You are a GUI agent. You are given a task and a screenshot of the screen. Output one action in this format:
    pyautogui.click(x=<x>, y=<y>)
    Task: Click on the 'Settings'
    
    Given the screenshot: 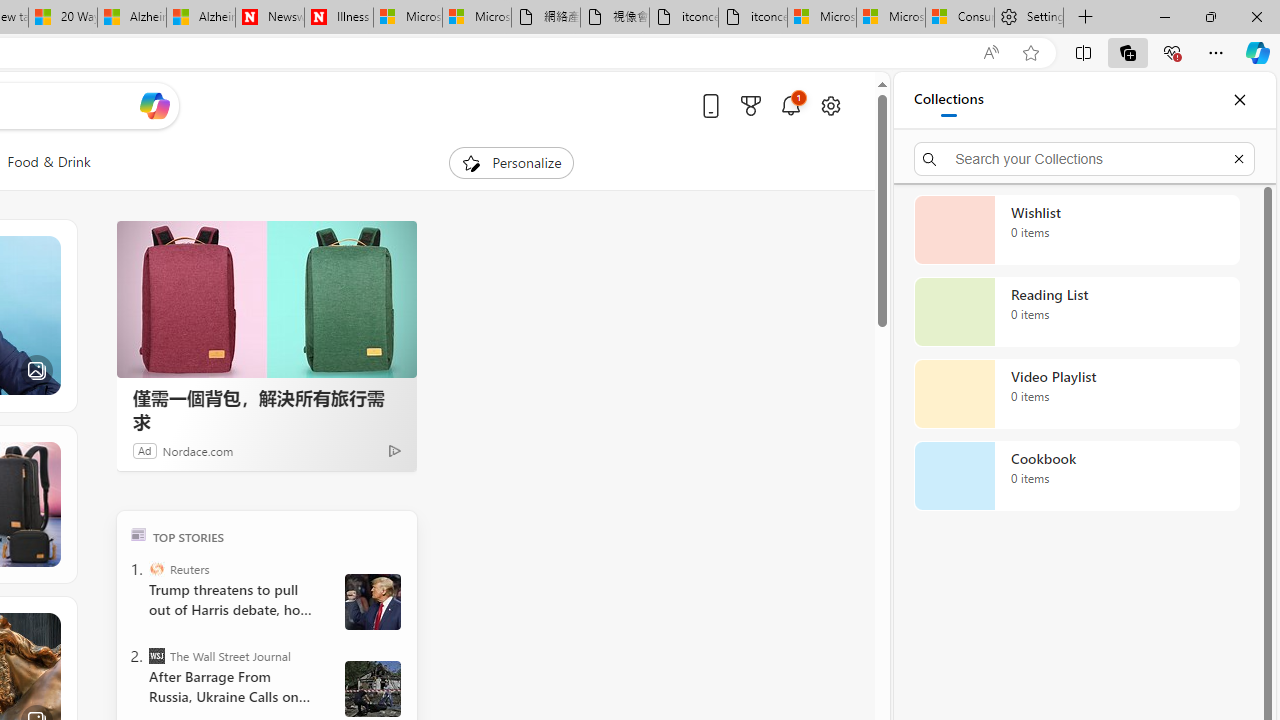 What is the action you would take?
    pyautogui.click(x=1029, y=17)
    